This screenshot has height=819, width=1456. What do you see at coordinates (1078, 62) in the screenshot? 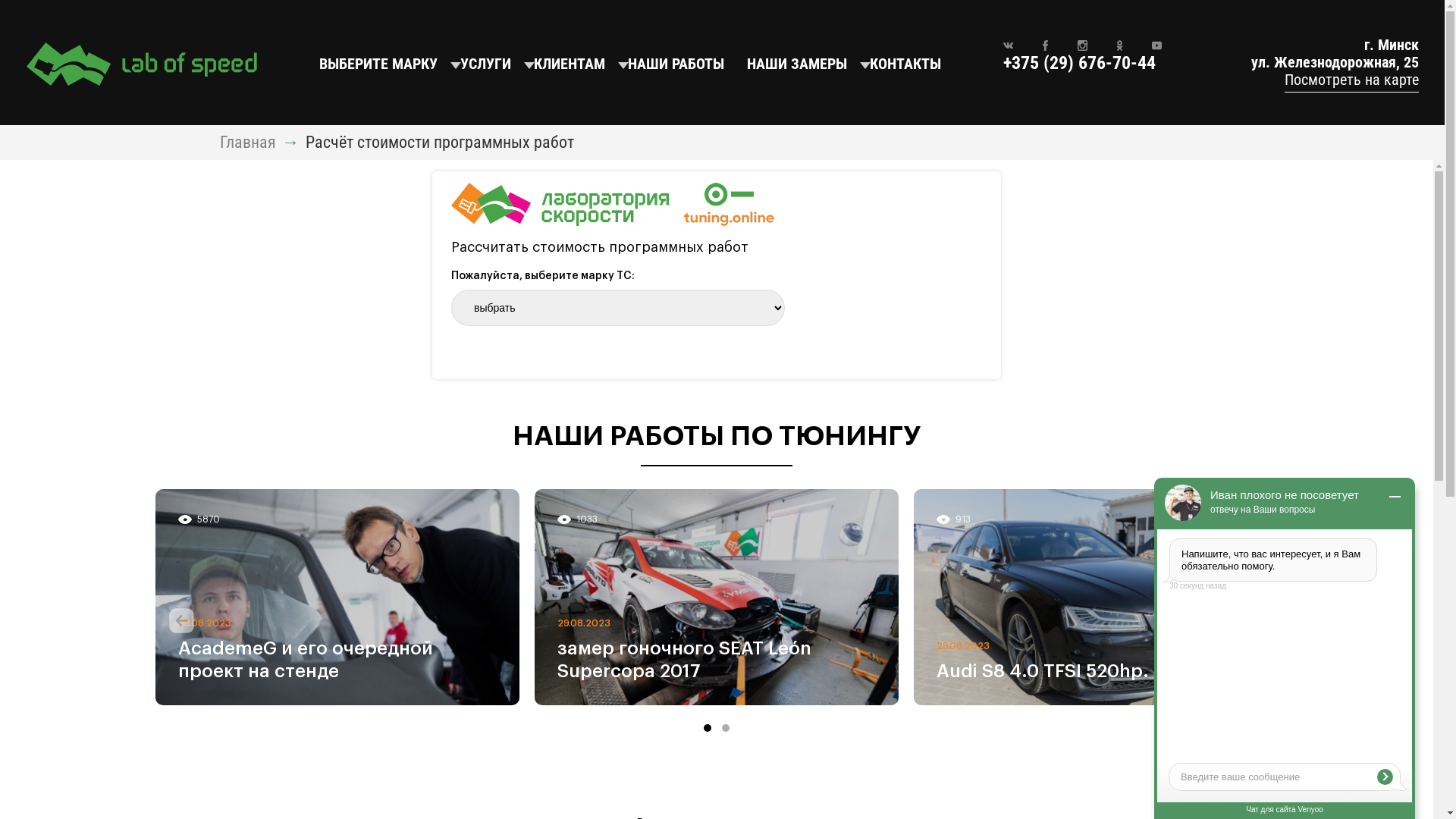
I see `'+375 (29) 676-70-44'` at bounding box center [1078, 62].